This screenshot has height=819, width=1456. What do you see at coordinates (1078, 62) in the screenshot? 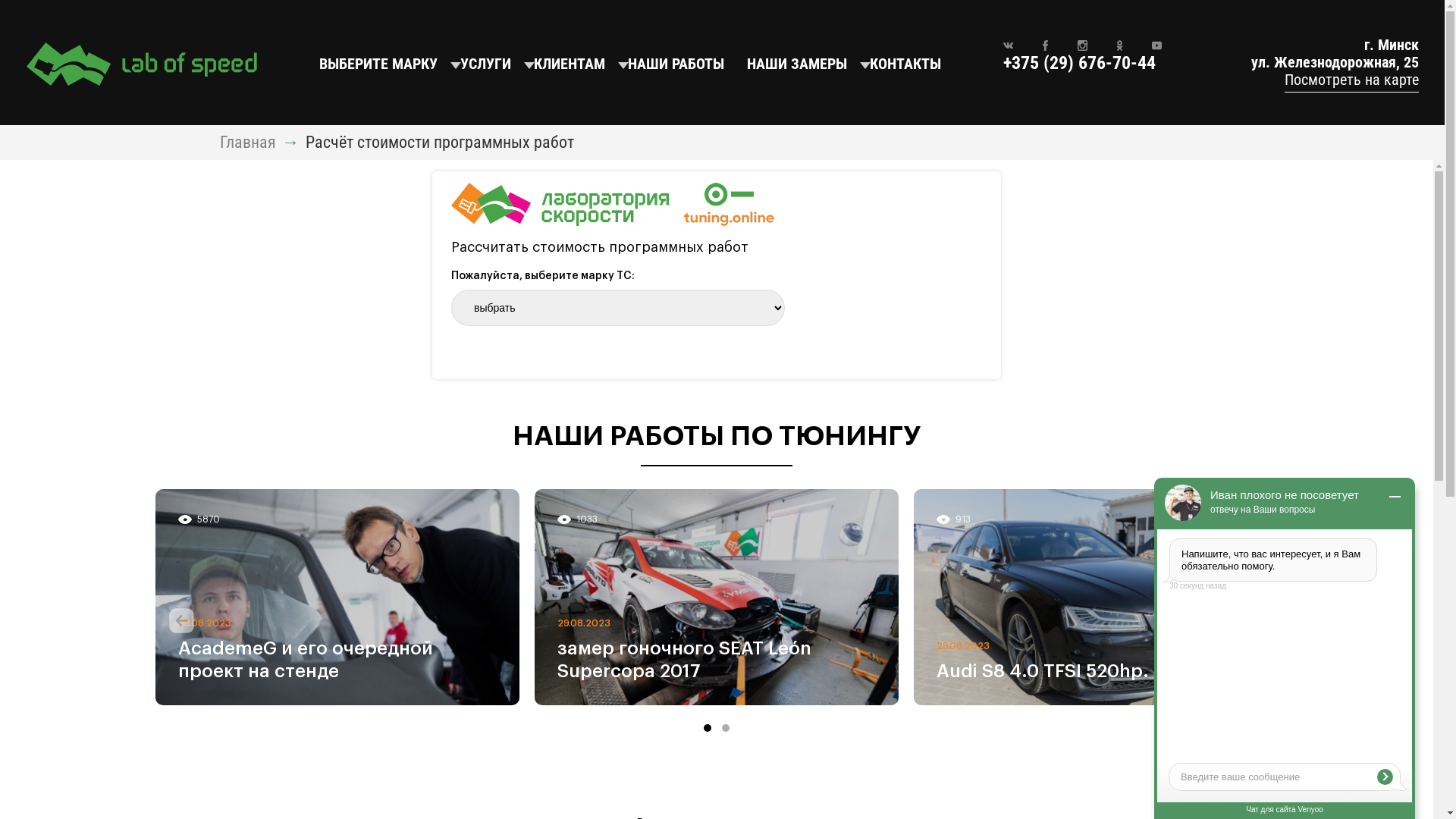
I see `'+375 (29) 676-70-44'` at bounding box center [1078, 62].